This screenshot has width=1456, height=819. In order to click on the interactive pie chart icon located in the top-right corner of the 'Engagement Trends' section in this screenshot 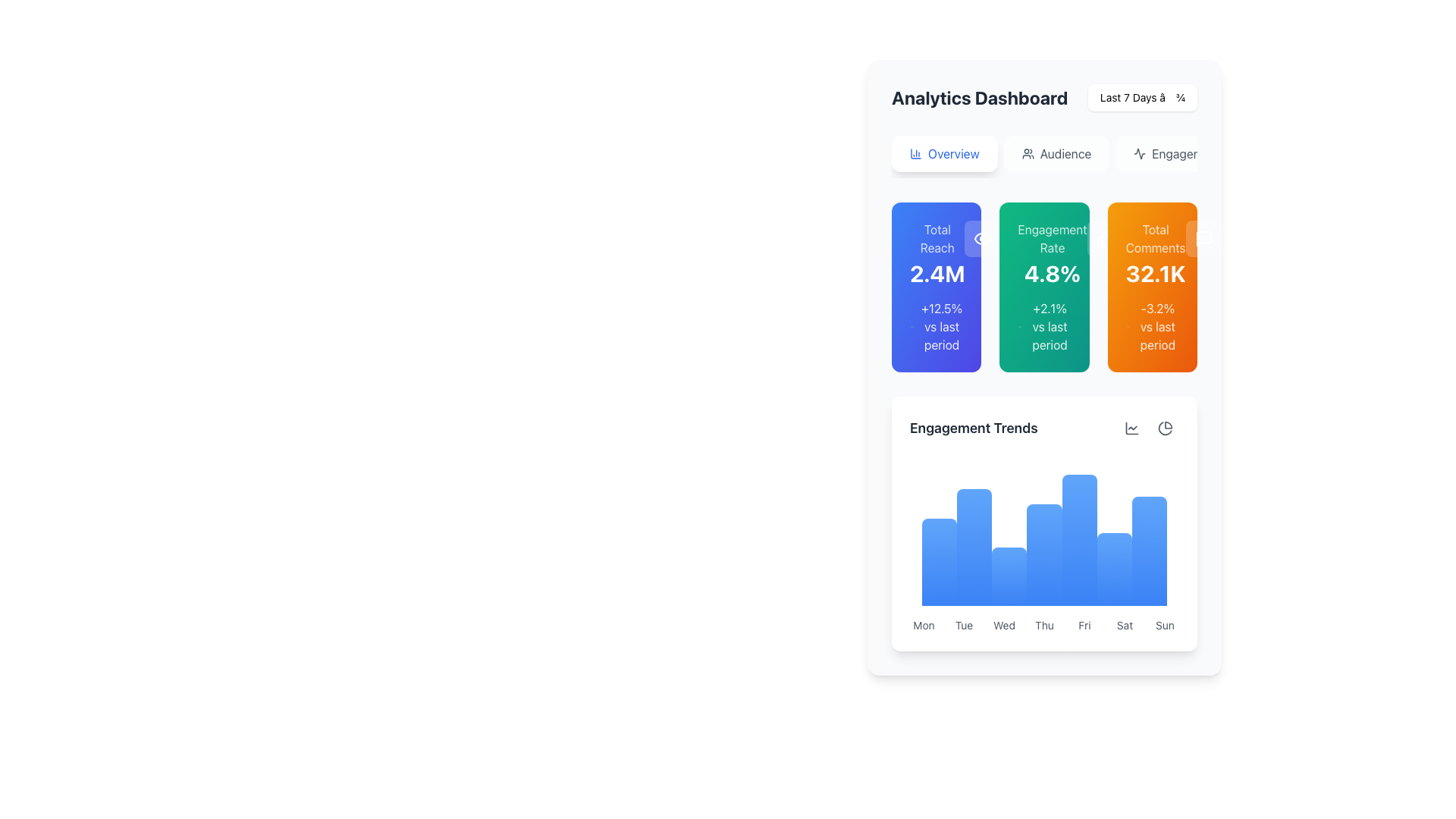, I will do `click(1164, 428)`.